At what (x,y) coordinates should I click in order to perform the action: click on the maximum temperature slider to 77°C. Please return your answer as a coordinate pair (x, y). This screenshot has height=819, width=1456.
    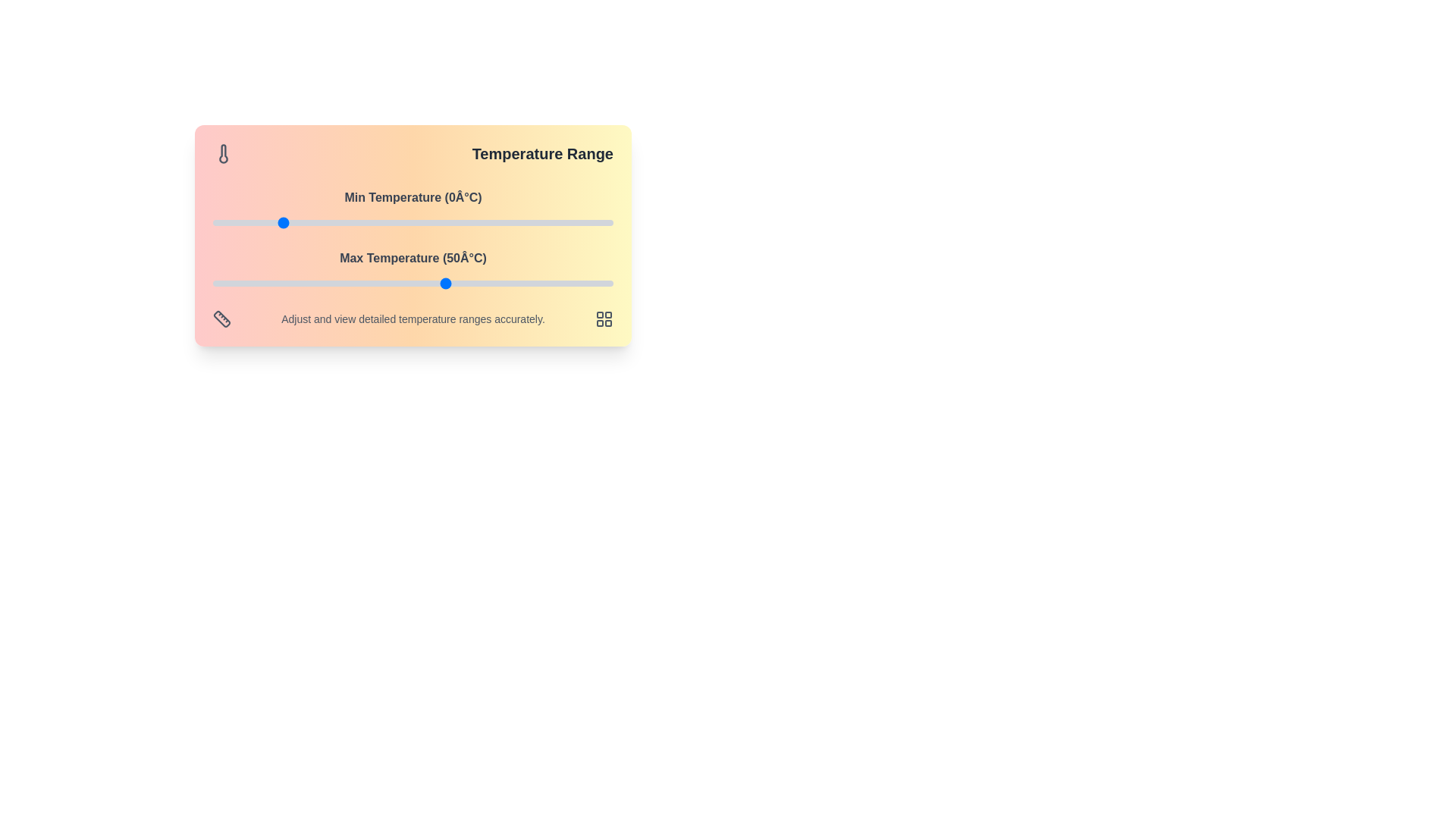
    Looking at the image, I should click on (536, 284).